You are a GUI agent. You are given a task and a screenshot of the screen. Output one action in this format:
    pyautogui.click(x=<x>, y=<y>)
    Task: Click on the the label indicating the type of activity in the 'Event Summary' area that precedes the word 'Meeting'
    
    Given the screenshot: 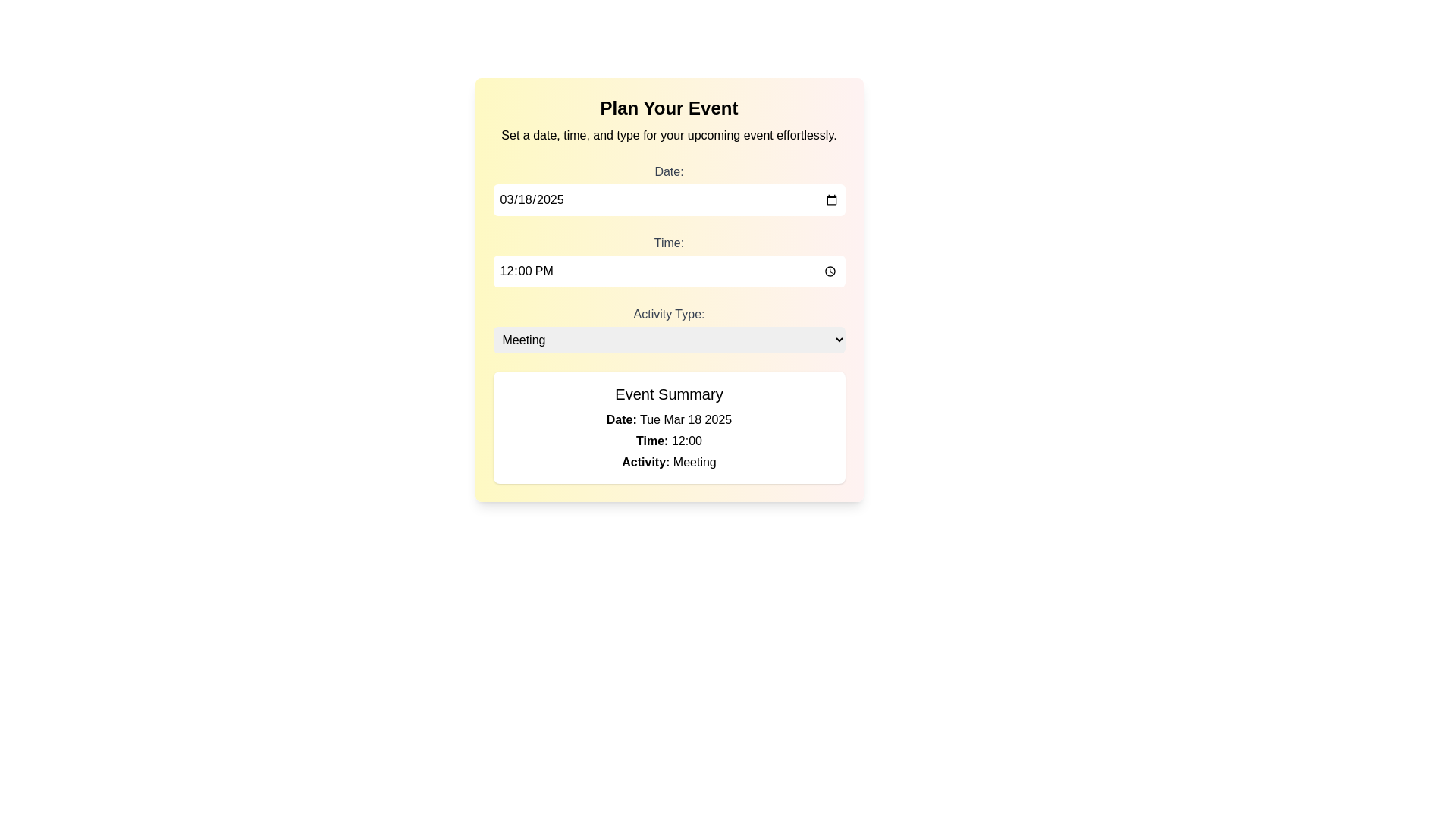 What is the action you would take?
    pyautogui.click(x=645, y=461)
    